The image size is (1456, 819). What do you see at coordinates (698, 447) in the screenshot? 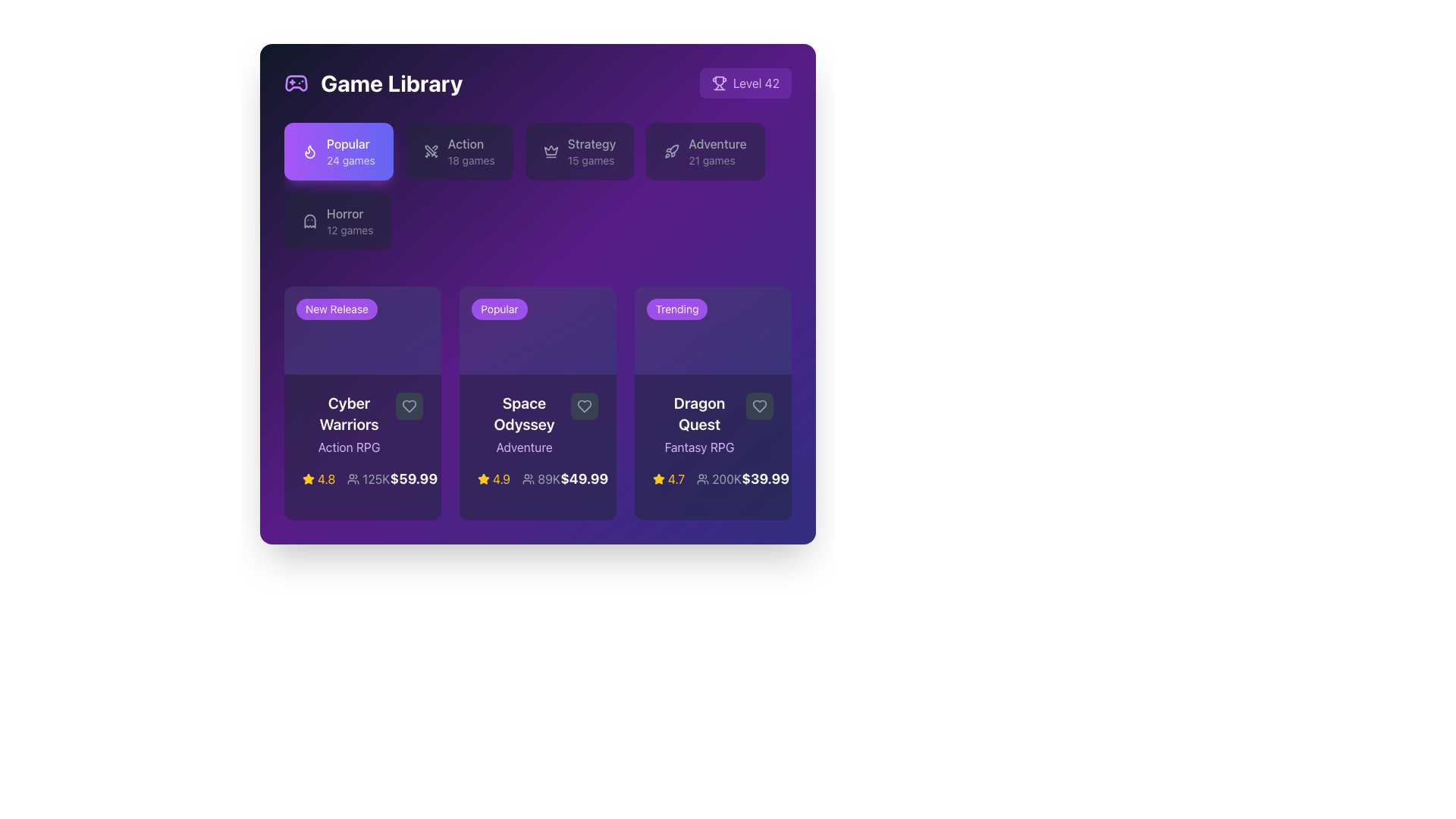
I see `the Text Label element containing the text 'Fantasy RPG', which is styled in light purple color and positioned below the title 'Dragon Quest'` at bounding box center [698, 447].